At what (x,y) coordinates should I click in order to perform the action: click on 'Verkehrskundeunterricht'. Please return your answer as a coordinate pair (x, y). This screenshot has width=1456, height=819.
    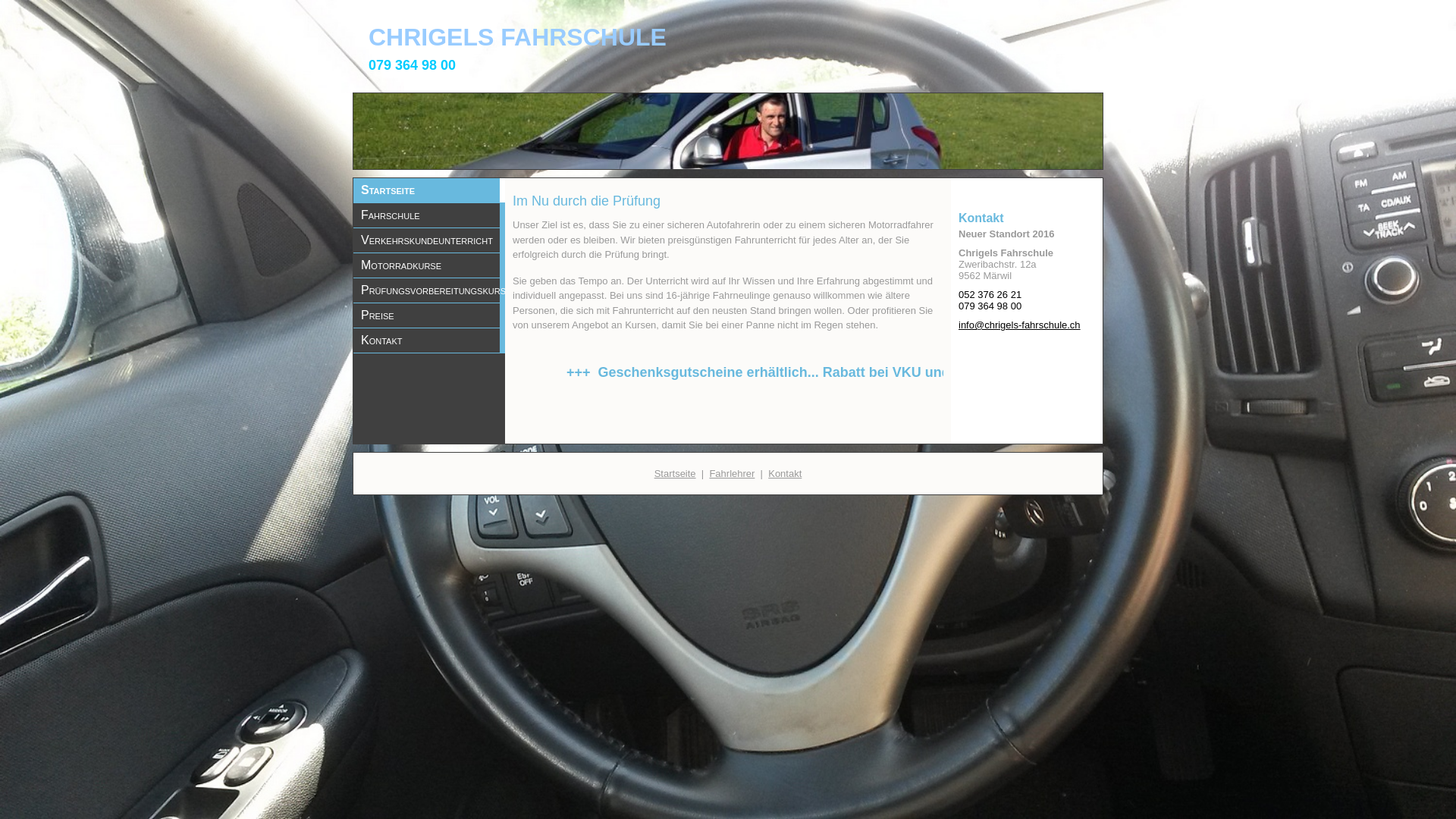
    Looking at the image, I should click on (428, 239).